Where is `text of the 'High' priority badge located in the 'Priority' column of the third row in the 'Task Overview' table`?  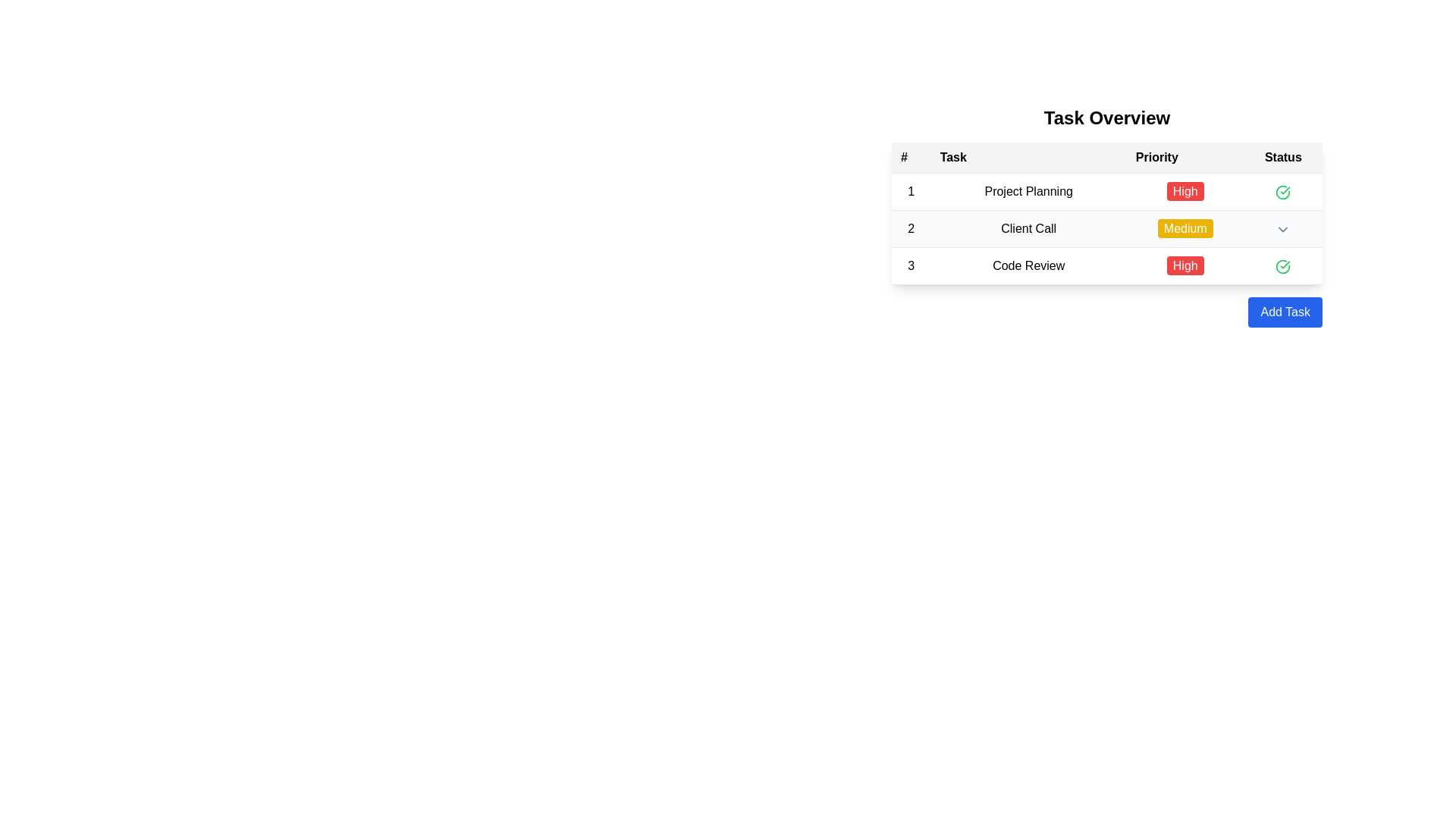
text of the 'High' priority badge located in the 'Priority' column of the third row in the 'Task Overview' table is located at coordinates (1185, 265).